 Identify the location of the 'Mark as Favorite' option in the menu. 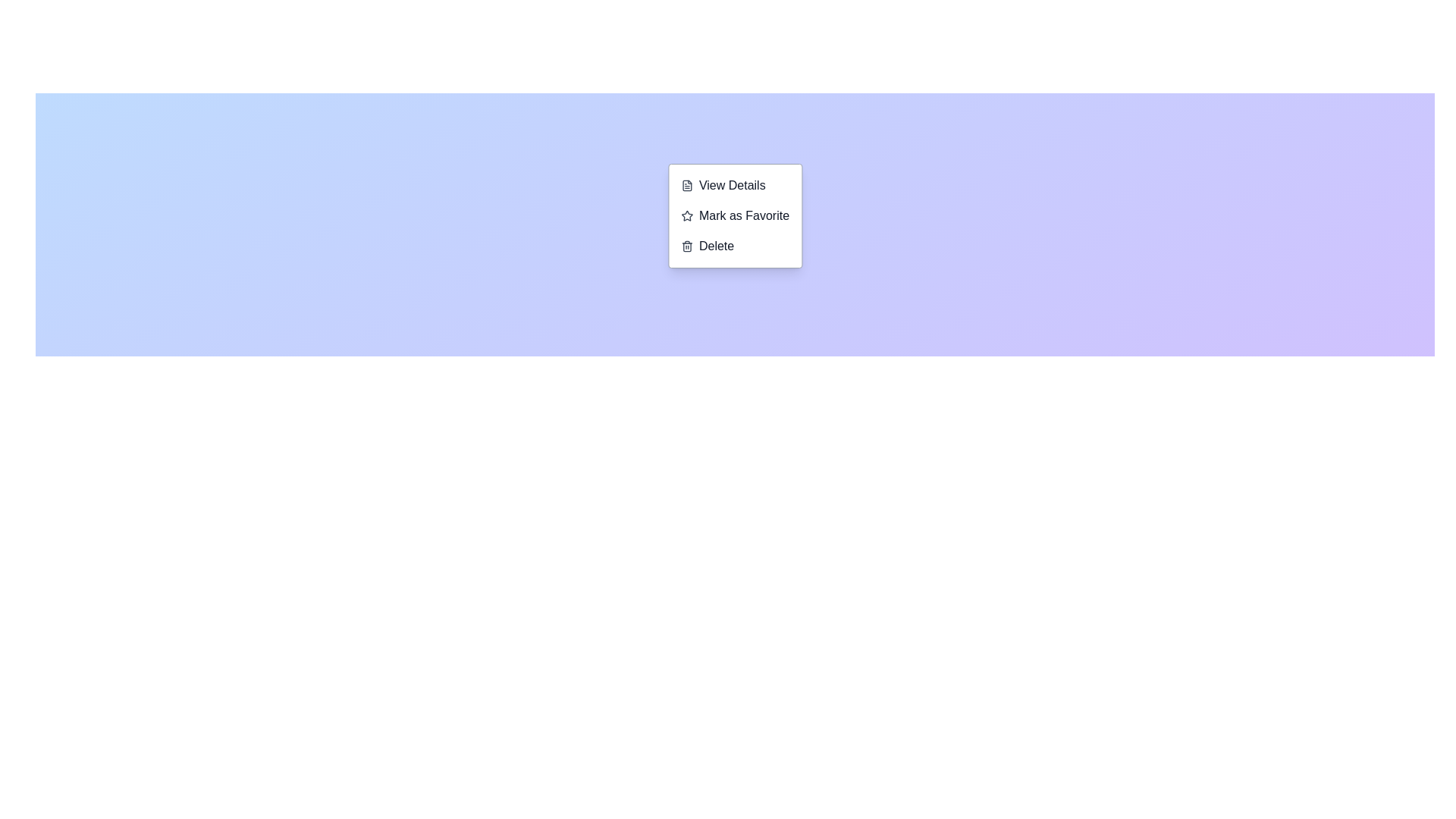
(735, 215).